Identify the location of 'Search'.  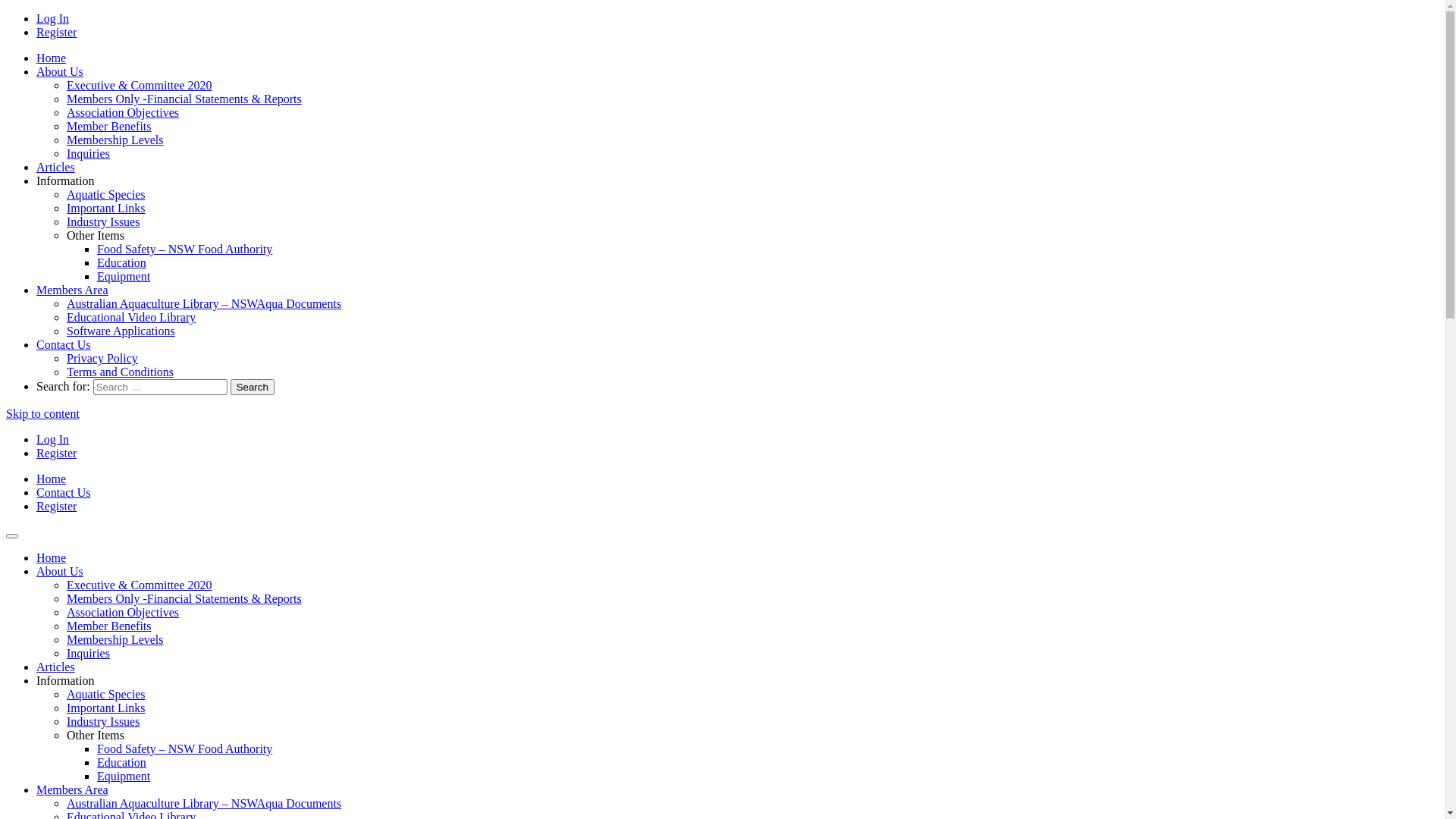
(252, 386).